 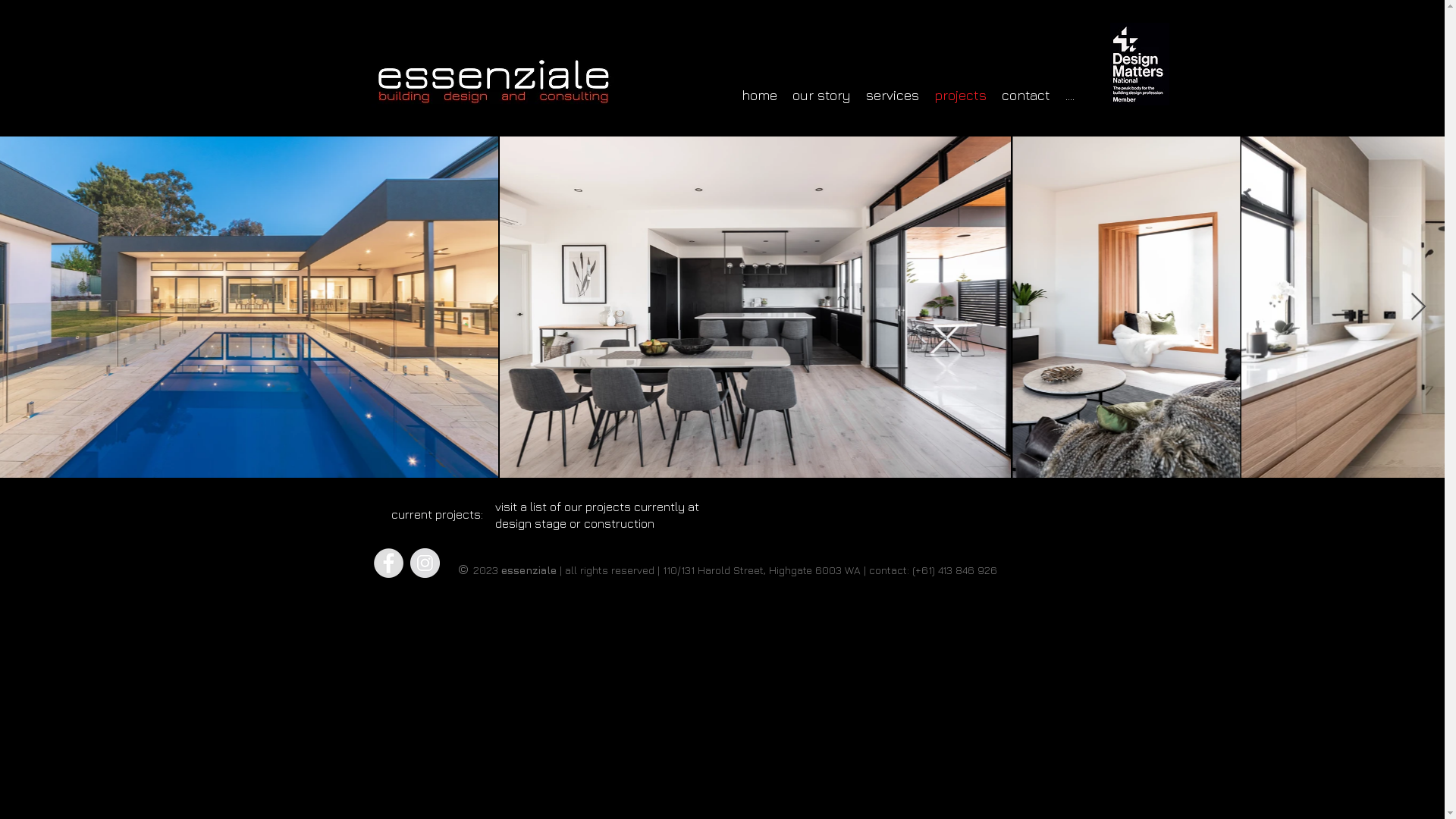 What do you see at coordinates (759, 96) in the screenshot?
I see `'home'` at bounding box center [759, 96].